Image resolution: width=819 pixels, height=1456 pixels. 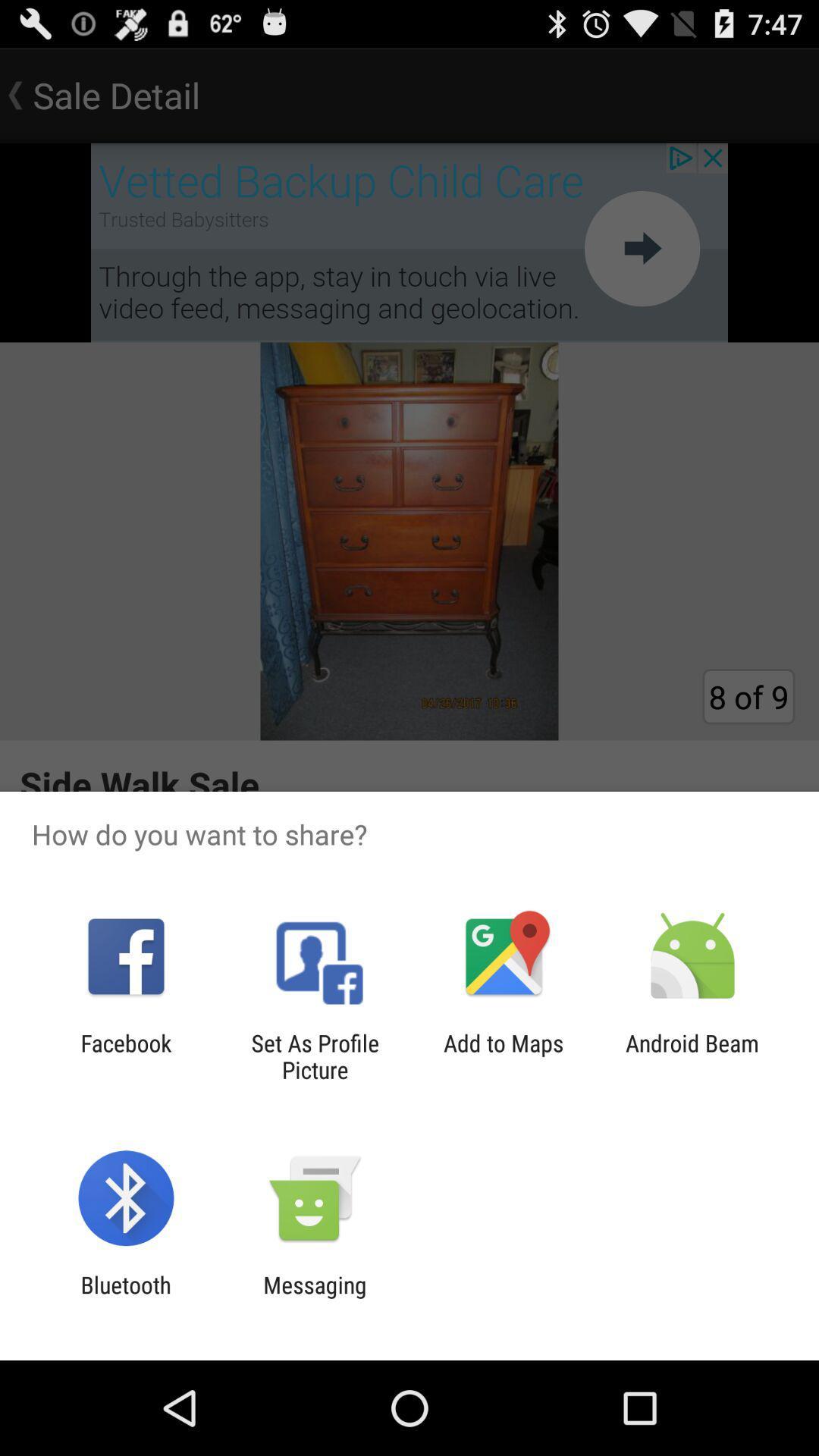 What do you see at coordinates (314, 1298) in the screenshot?
I see `the icon next to the bluetooth icon` at bounding box center [314, 1298].